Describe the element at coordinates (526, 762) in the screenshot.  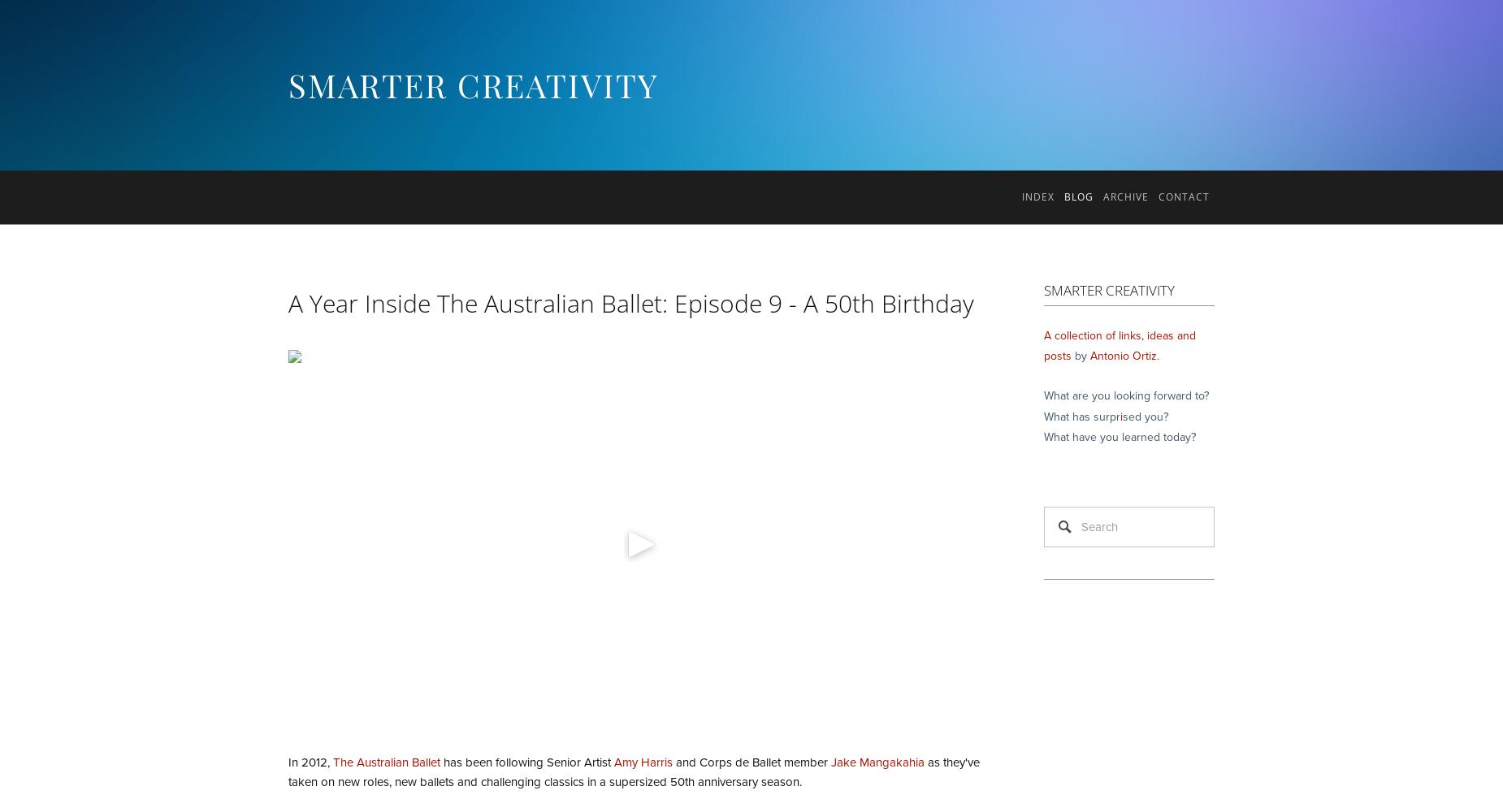
I see `'has been following Senior Artist'` at that location.